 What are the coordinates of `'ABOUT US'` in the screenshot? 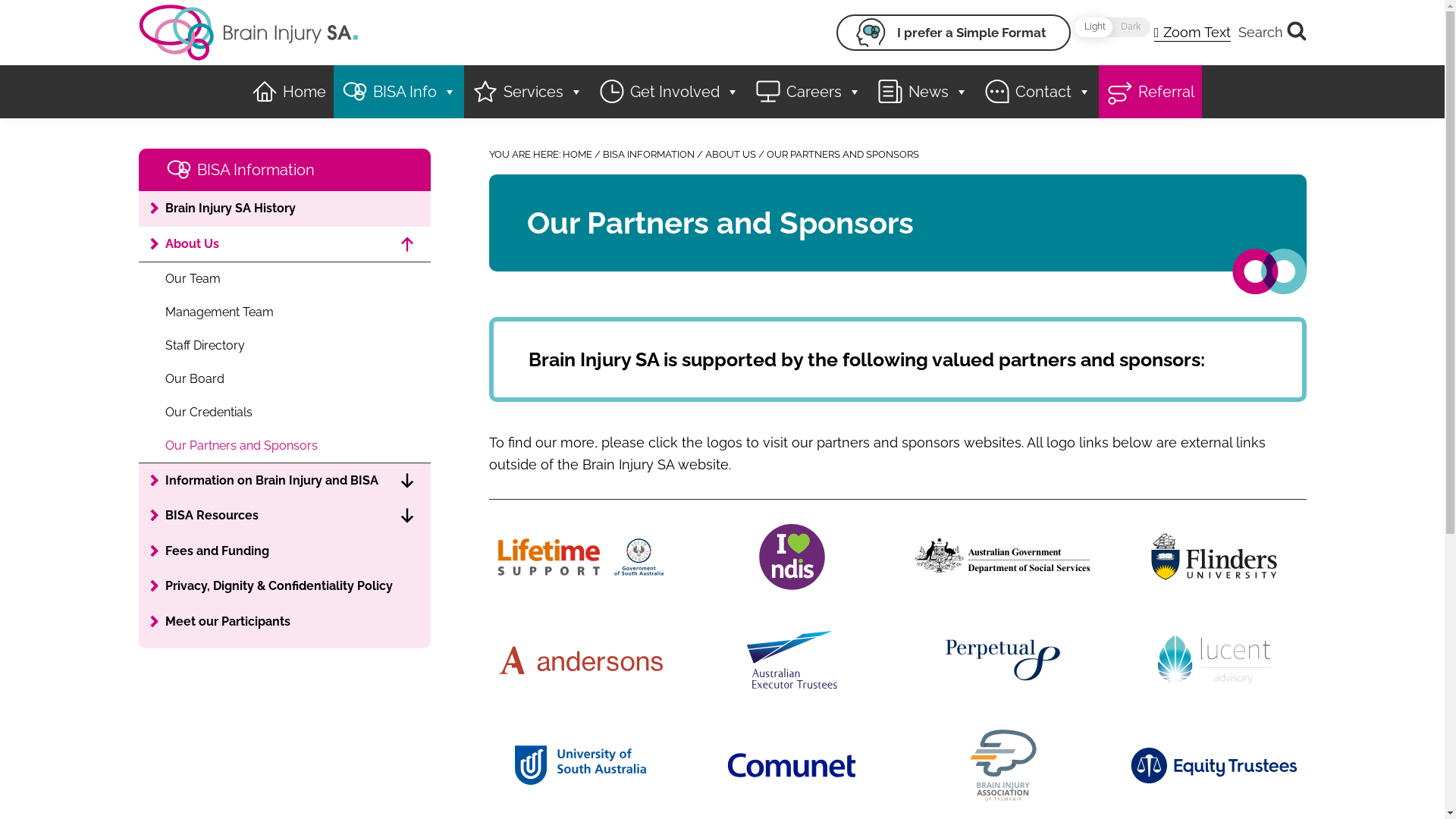 It's located at (730, 154).